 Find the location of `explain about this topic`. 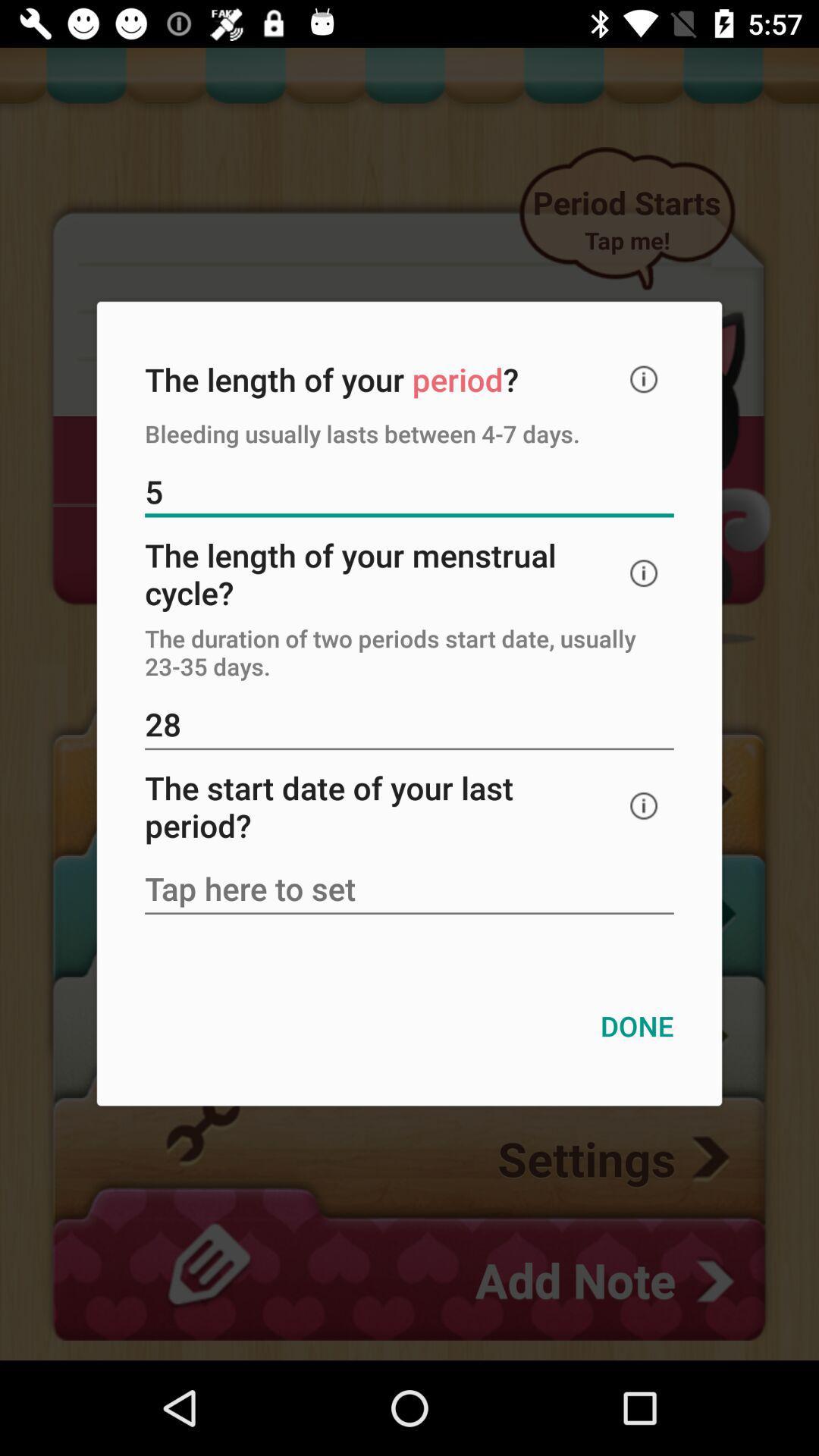

explain about this topic is located at coordinates (644, 573).